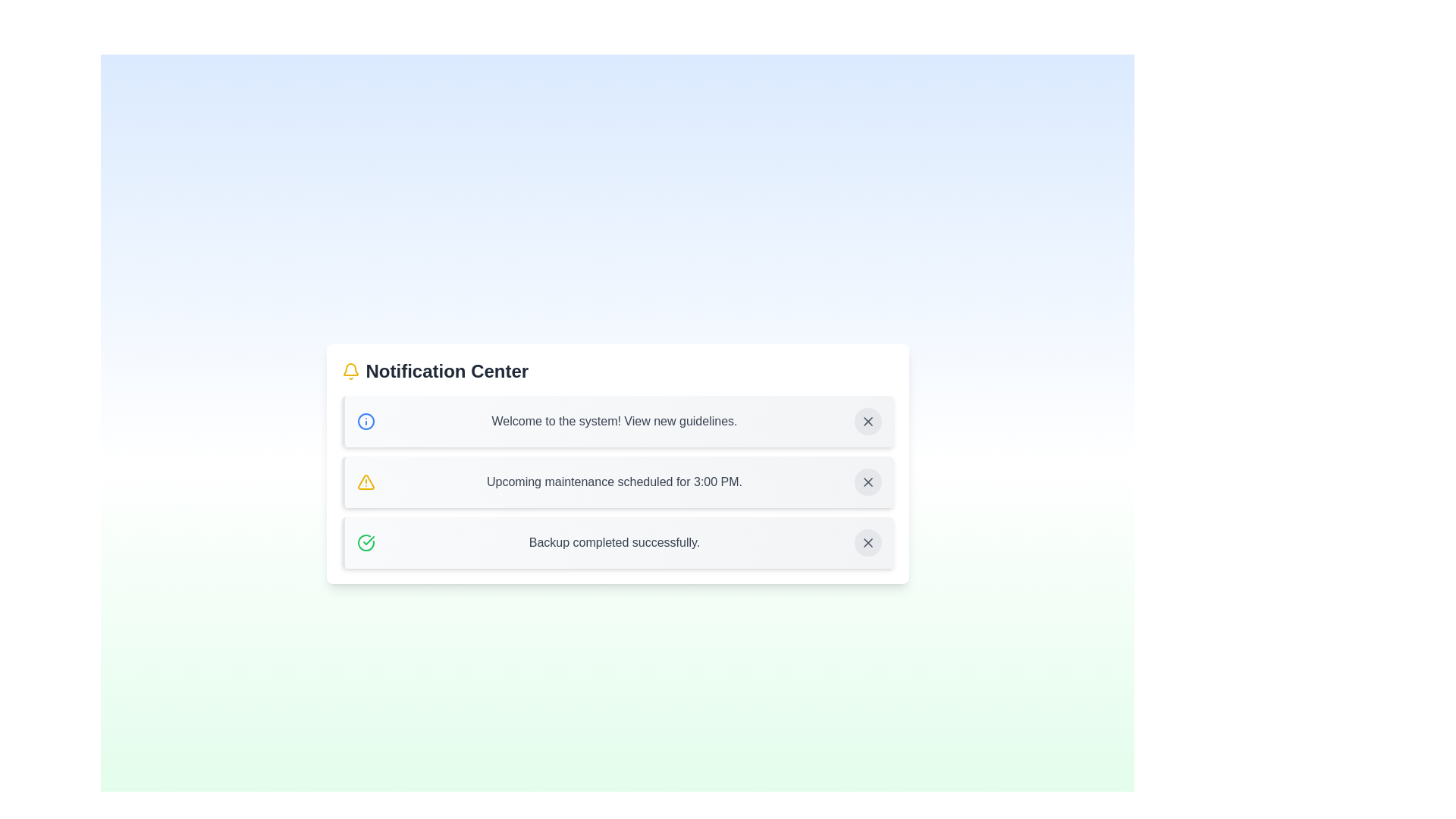 Image resolution: width=1456 pixels, height=819 pixels. I want to click on the close button located on the right side of the second notification item in the Notification Center, which dismisses the notification message 'Upcoming maintenance scheduled for 3:00 PM.', so click(868, 482).